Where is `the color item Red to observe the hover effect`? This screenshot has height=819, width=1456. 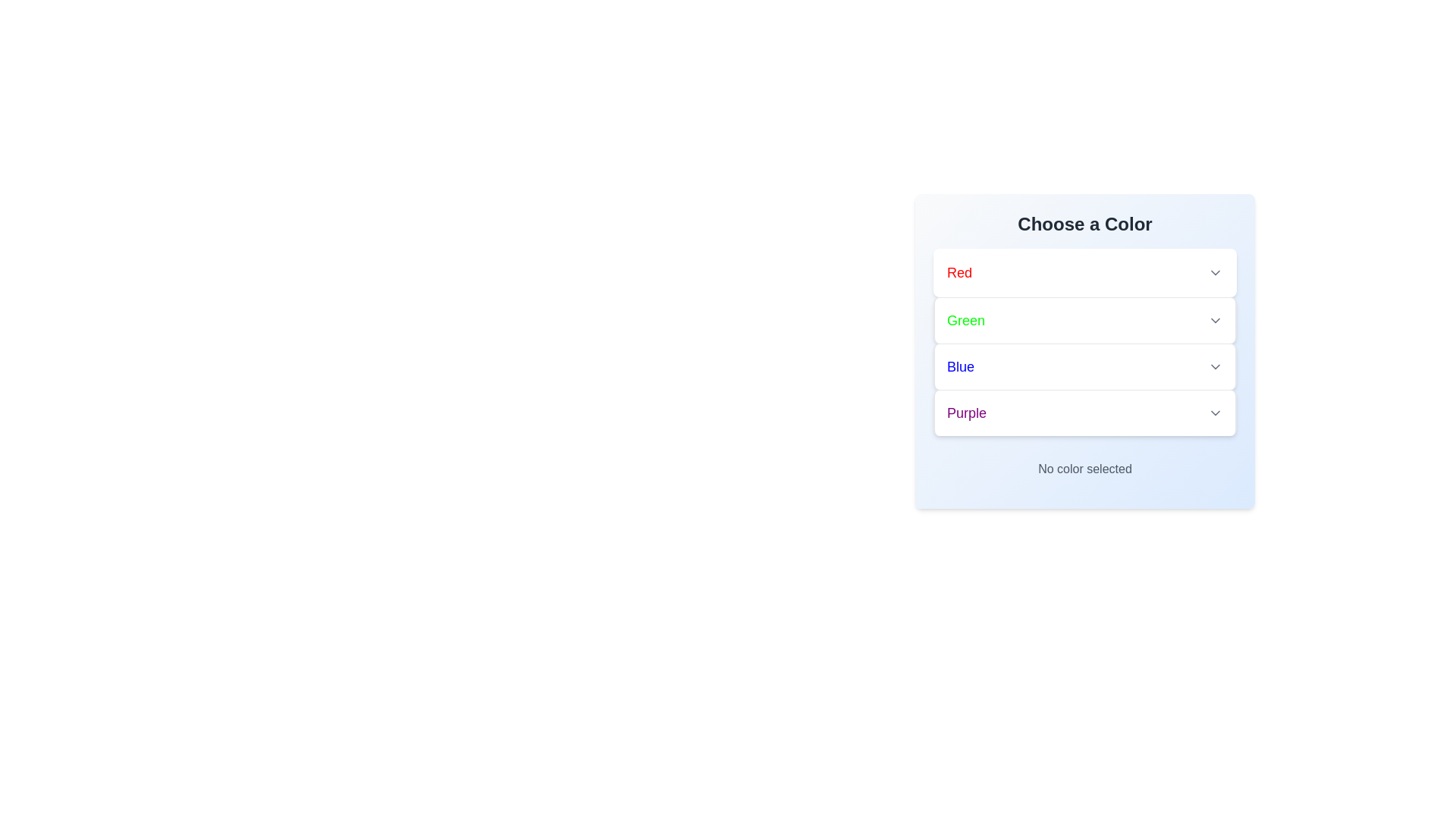
the color item Red to observe the hover effect is located at coordinates (1084, 271).